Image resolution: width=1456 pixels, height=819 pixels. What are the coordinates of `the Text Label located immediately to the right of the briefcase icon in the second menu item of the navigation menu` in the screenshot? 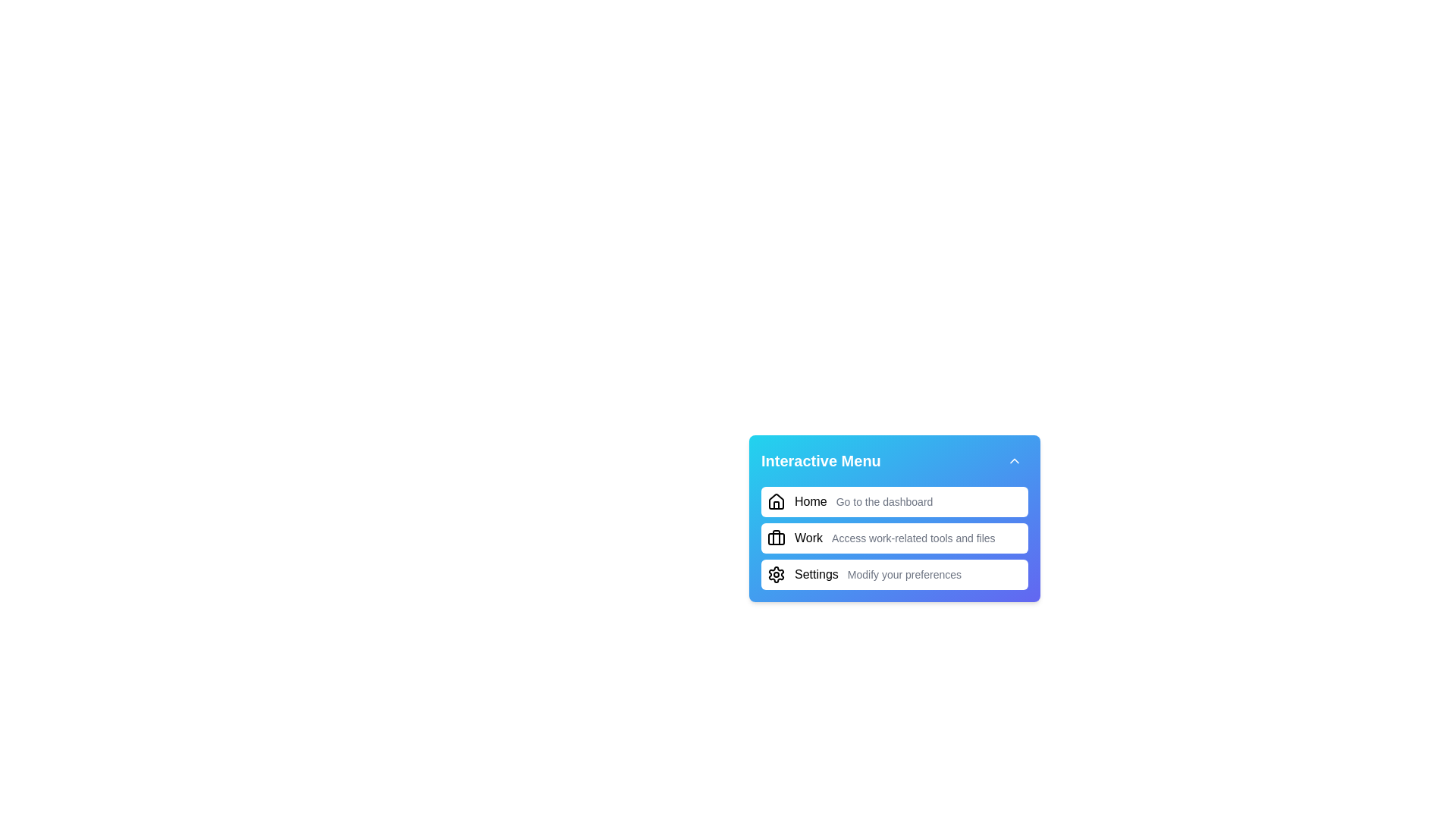 It's located at (808, 537).